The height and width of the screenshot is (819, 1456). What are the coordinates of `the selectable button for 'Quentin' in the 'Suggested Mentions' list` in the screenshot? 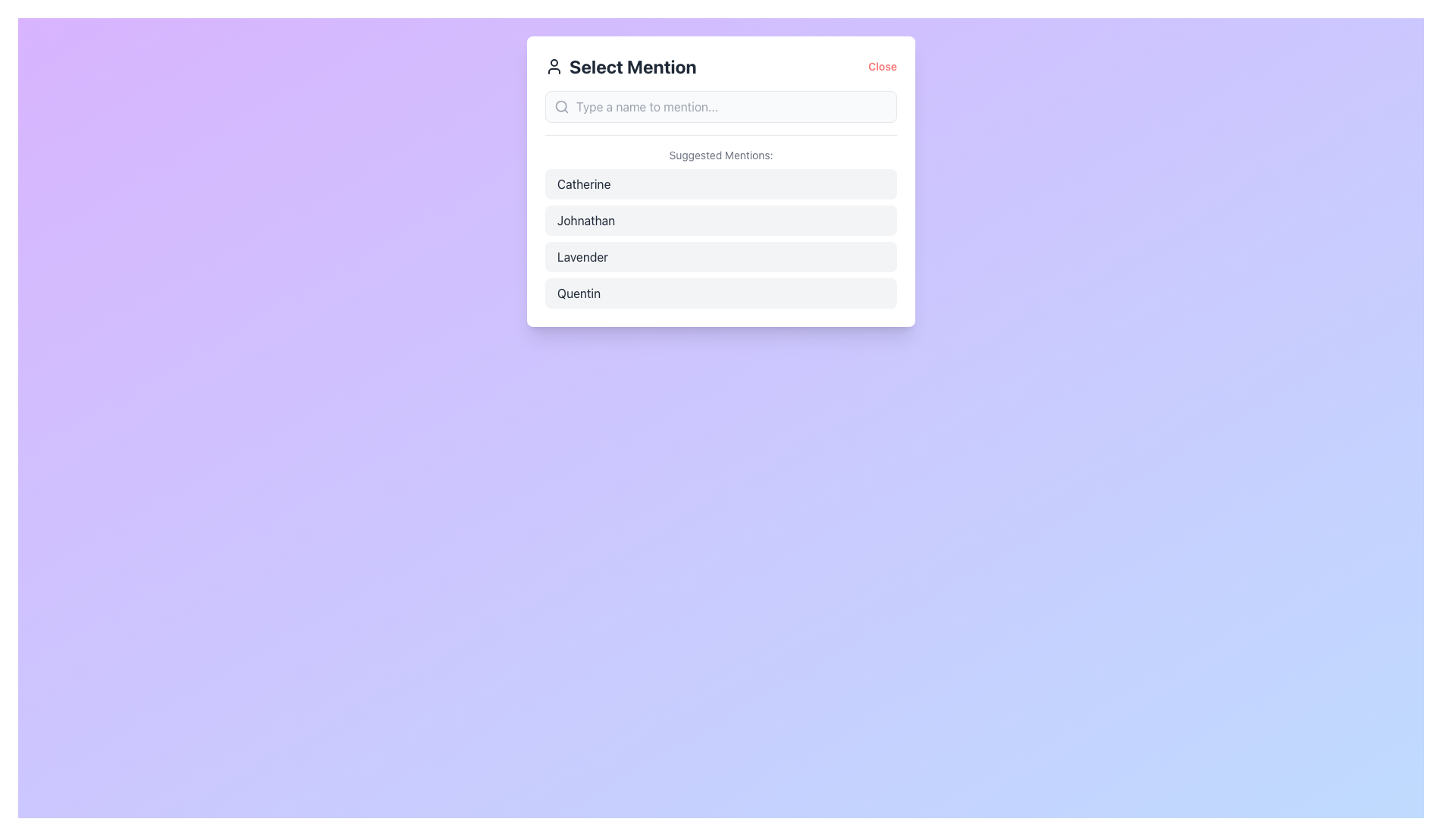 It's located at (720, 293).